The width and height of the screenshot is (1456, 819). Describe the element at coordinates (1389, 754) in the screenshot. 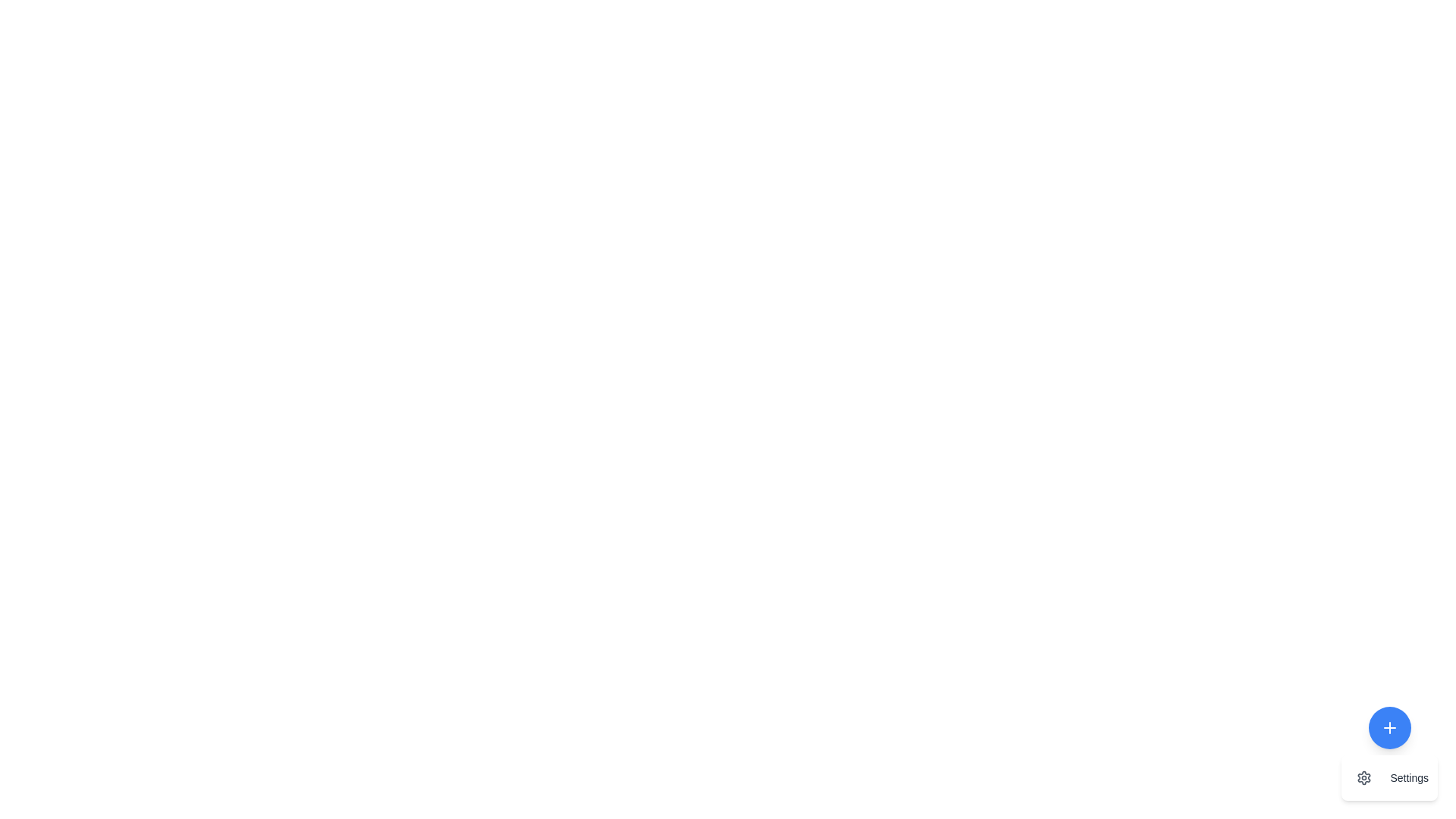

I see `the blue '+' button at the bottom-right corner of the interface` at that location.